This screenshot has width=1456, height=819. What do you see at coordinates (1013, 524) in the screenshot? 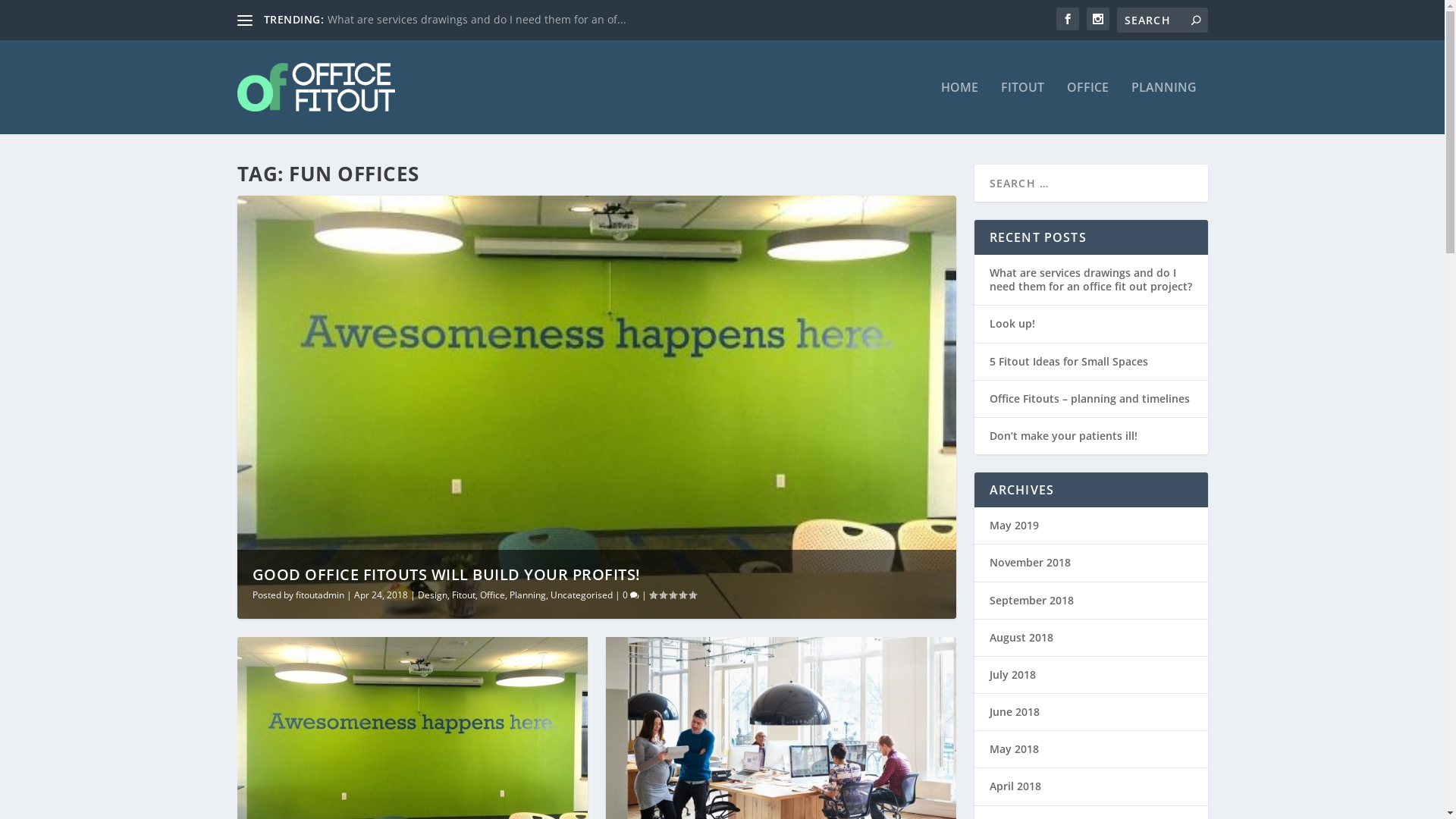
I see `'May 2019'` at bounding box center [1013, 524].